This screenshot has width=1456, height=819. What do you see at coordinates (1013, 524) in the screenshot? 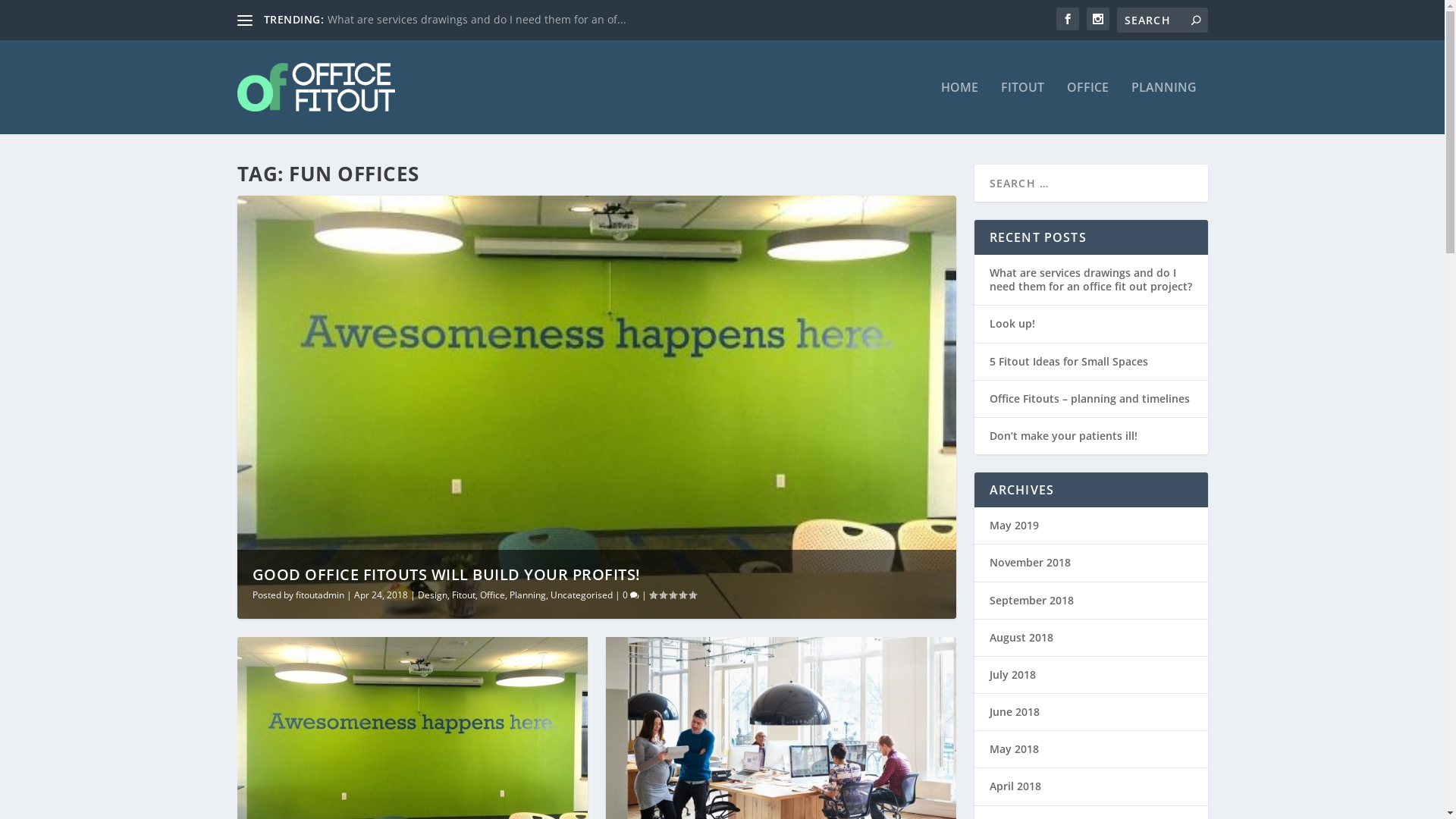
I see `'May 2019'` at bounding box center [1013, 524].